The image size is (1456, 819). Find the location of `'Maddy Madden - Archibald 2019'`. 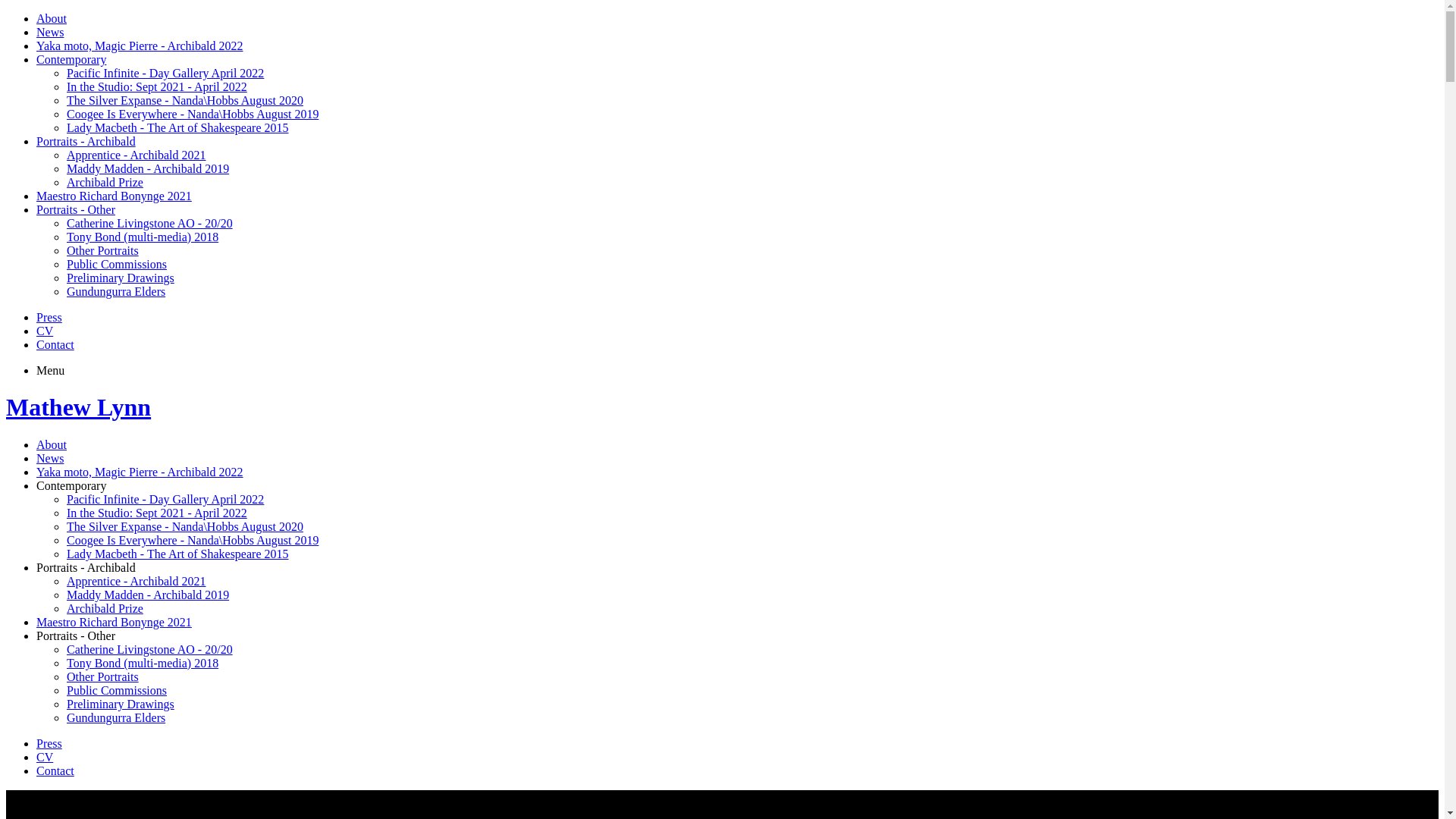

'Maddy Madden - Archibald 2019' is located at coordinates (148, 594).